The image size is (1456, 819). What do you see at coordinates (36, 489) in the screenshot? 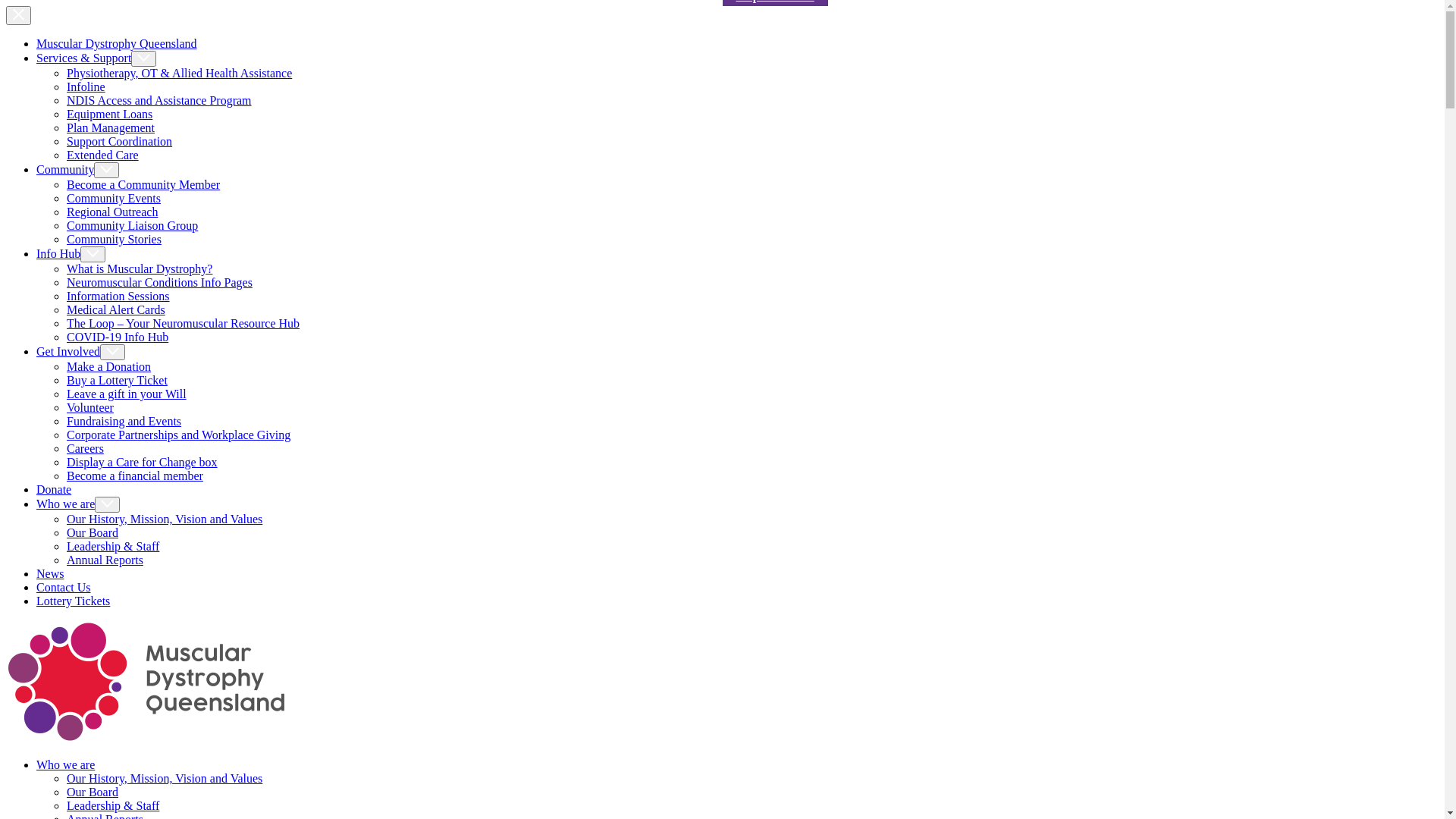
I see `'Donate'` at bounding box center [36, 489].